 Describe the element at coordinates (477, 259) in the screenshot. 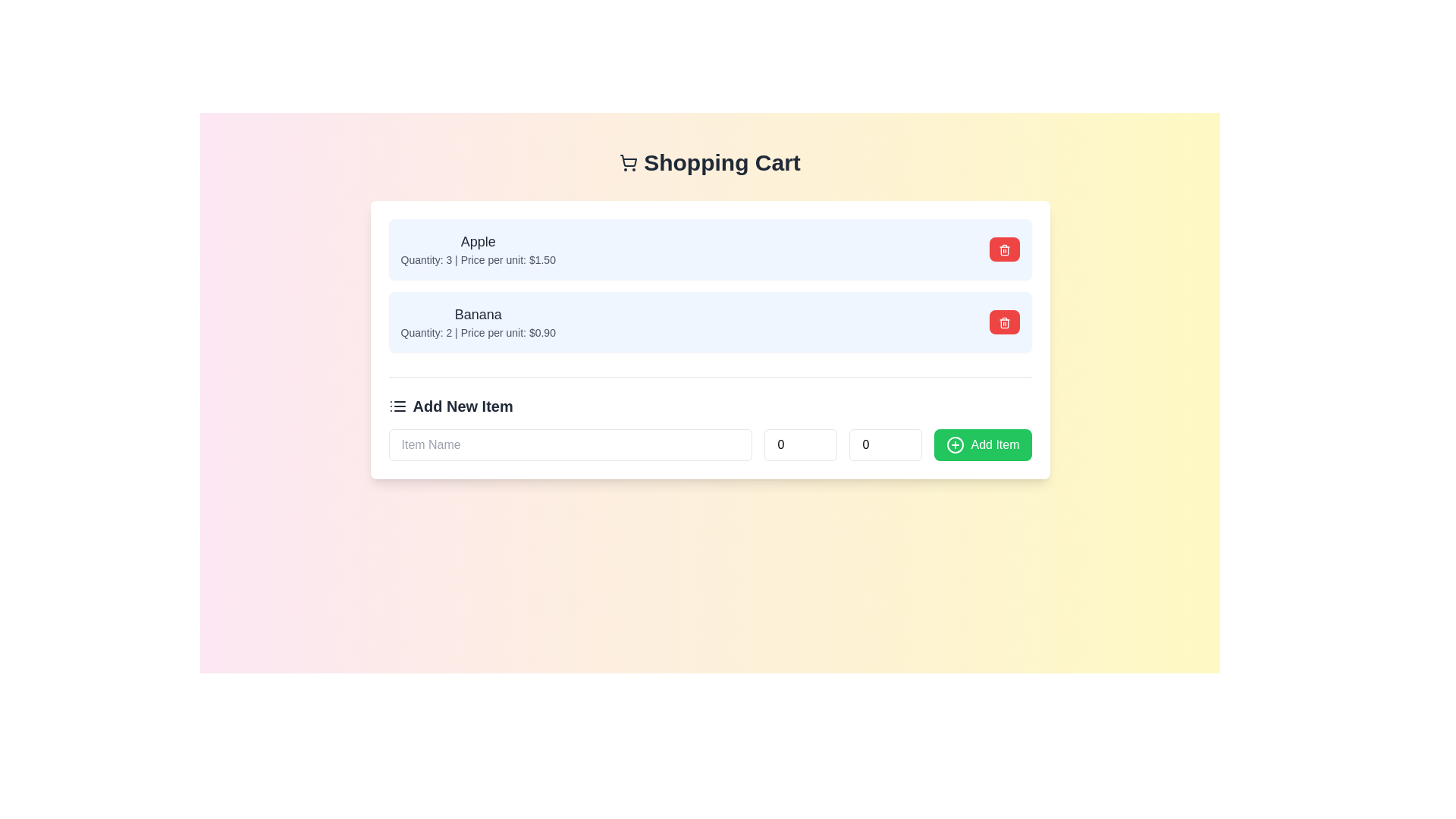

I see `the text label displaying 'Quantity: 3 | Price per unit: $1.50' located below the 'Apple' heading in the shopping cart interface` at that location.